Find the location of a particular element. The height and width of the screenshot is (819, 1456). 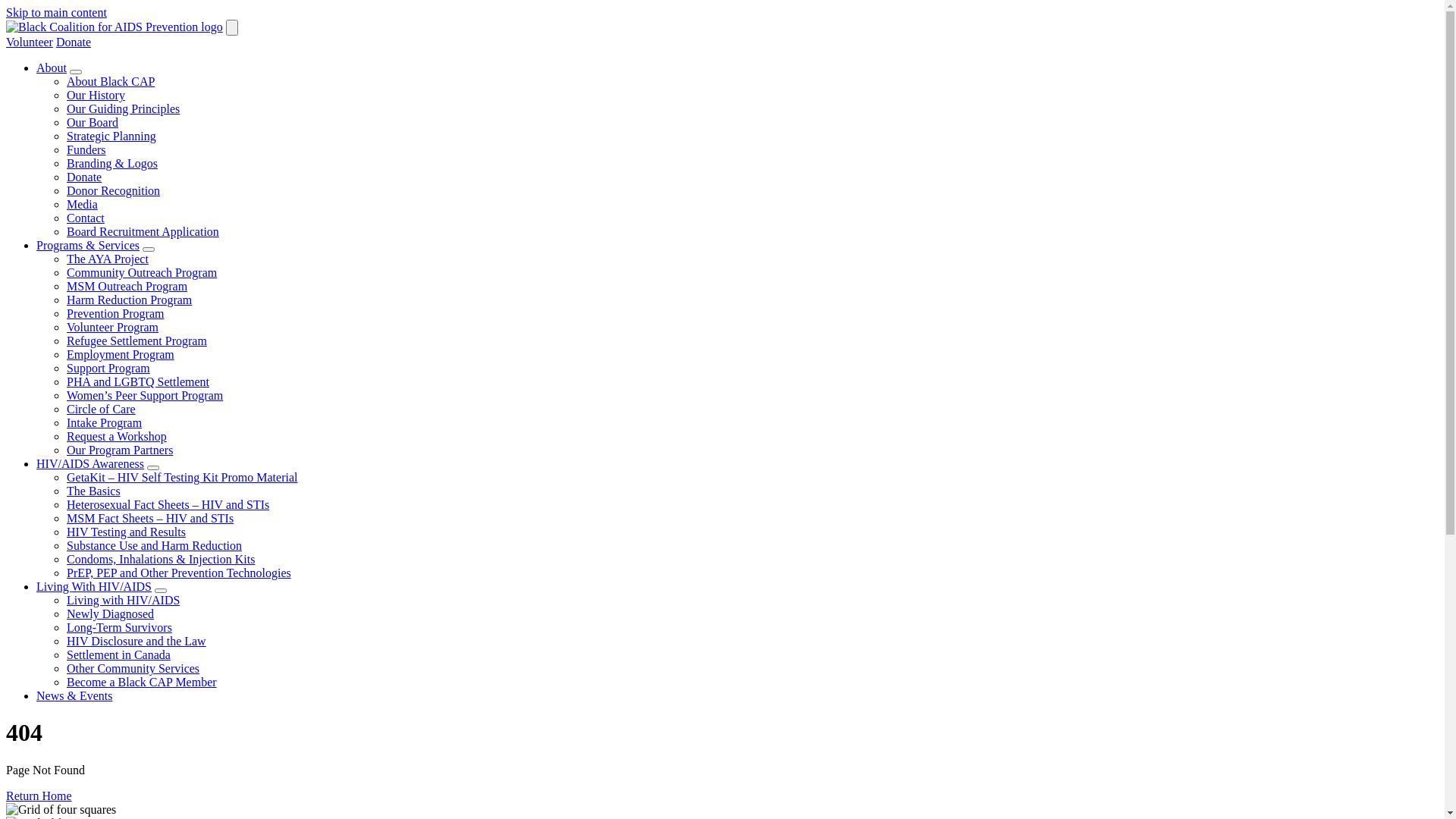

'About Black CAP' is located at coordinates (65, 81).